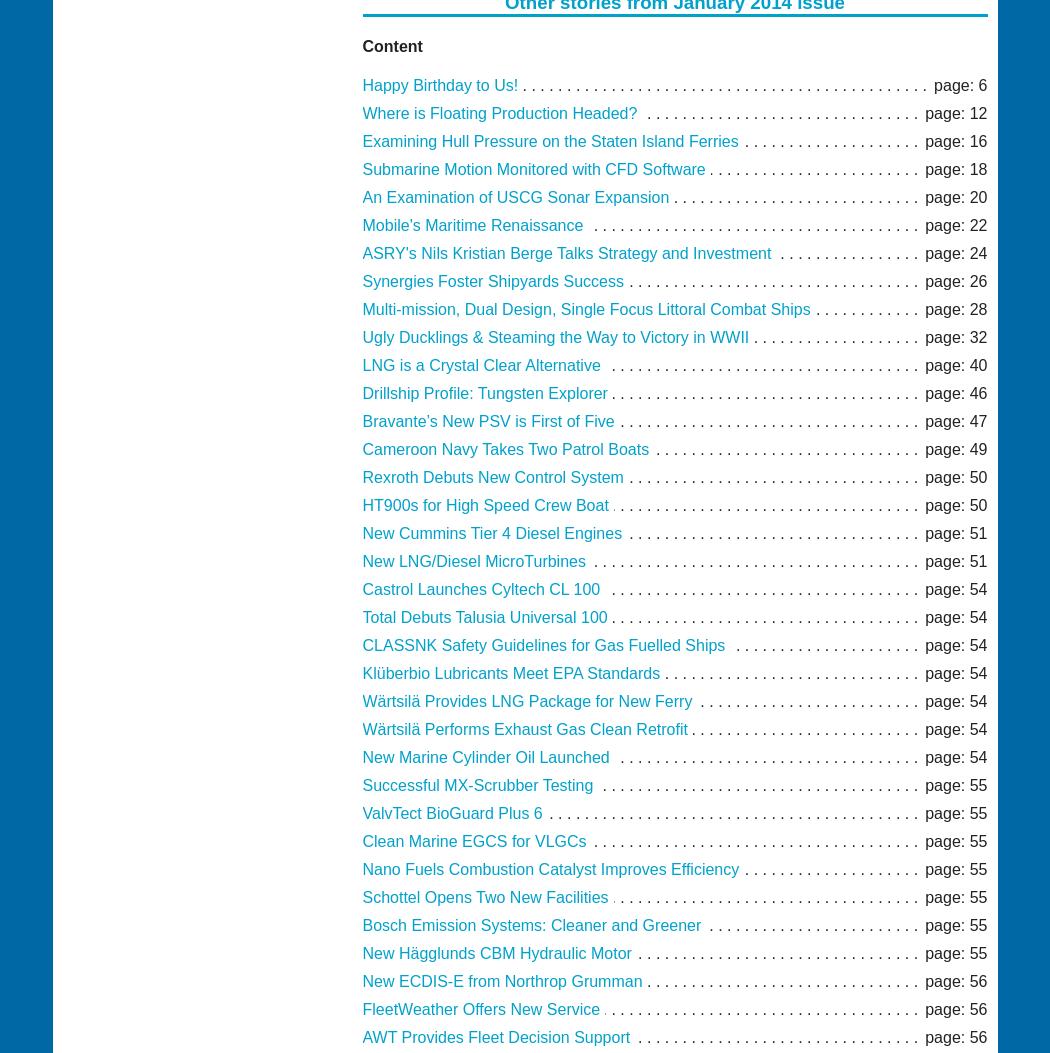 This screenshot has width=1050, height=1053. What do you see at coordinates (361, 421) in the screenshot?
I see `'Bravante’s New PSV is First of Five'` at bounding box center [361, 421].